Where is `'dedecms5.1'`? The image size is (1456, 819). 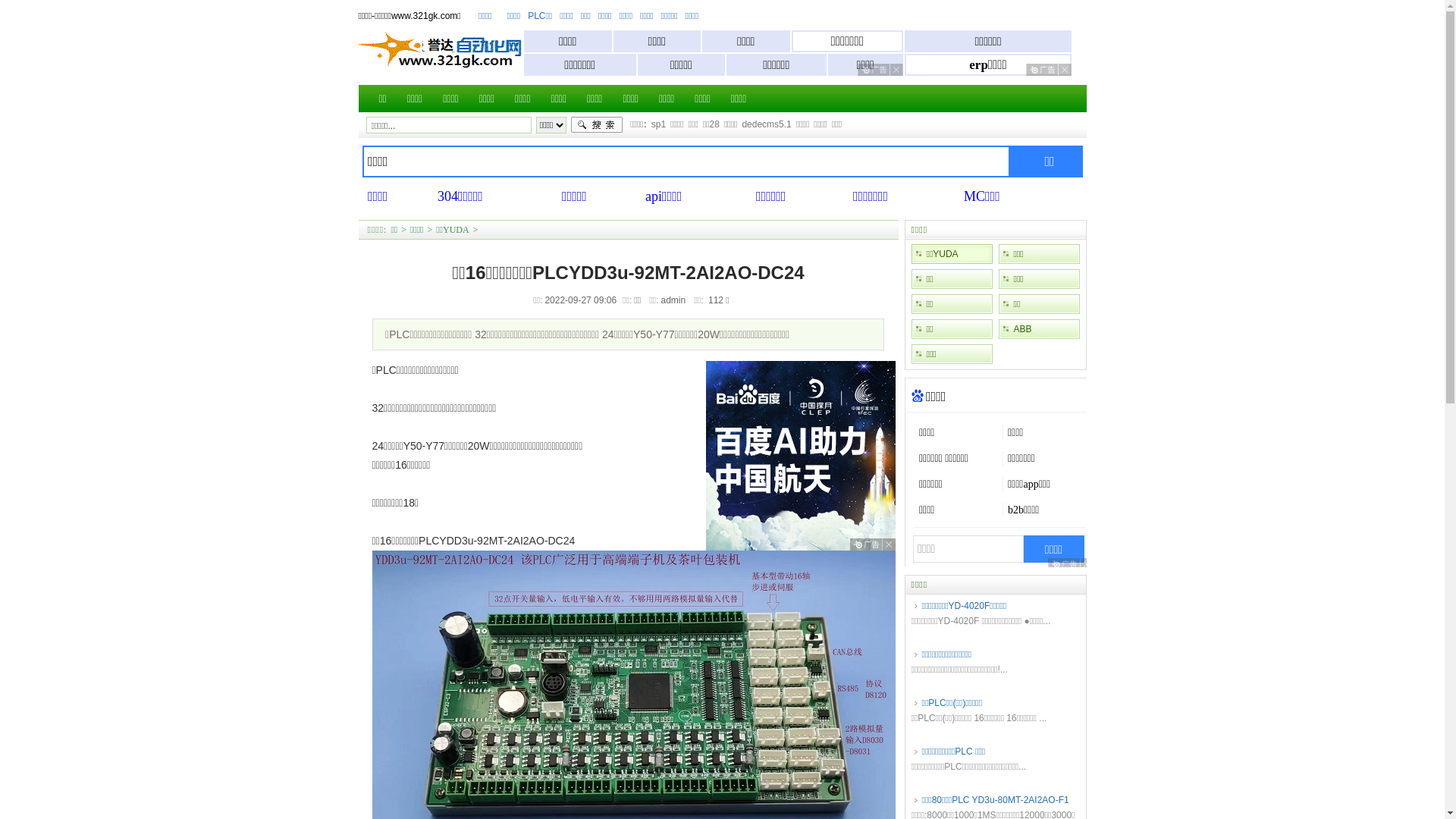
'dedecms5.1' is located at coordinates (742, 124).